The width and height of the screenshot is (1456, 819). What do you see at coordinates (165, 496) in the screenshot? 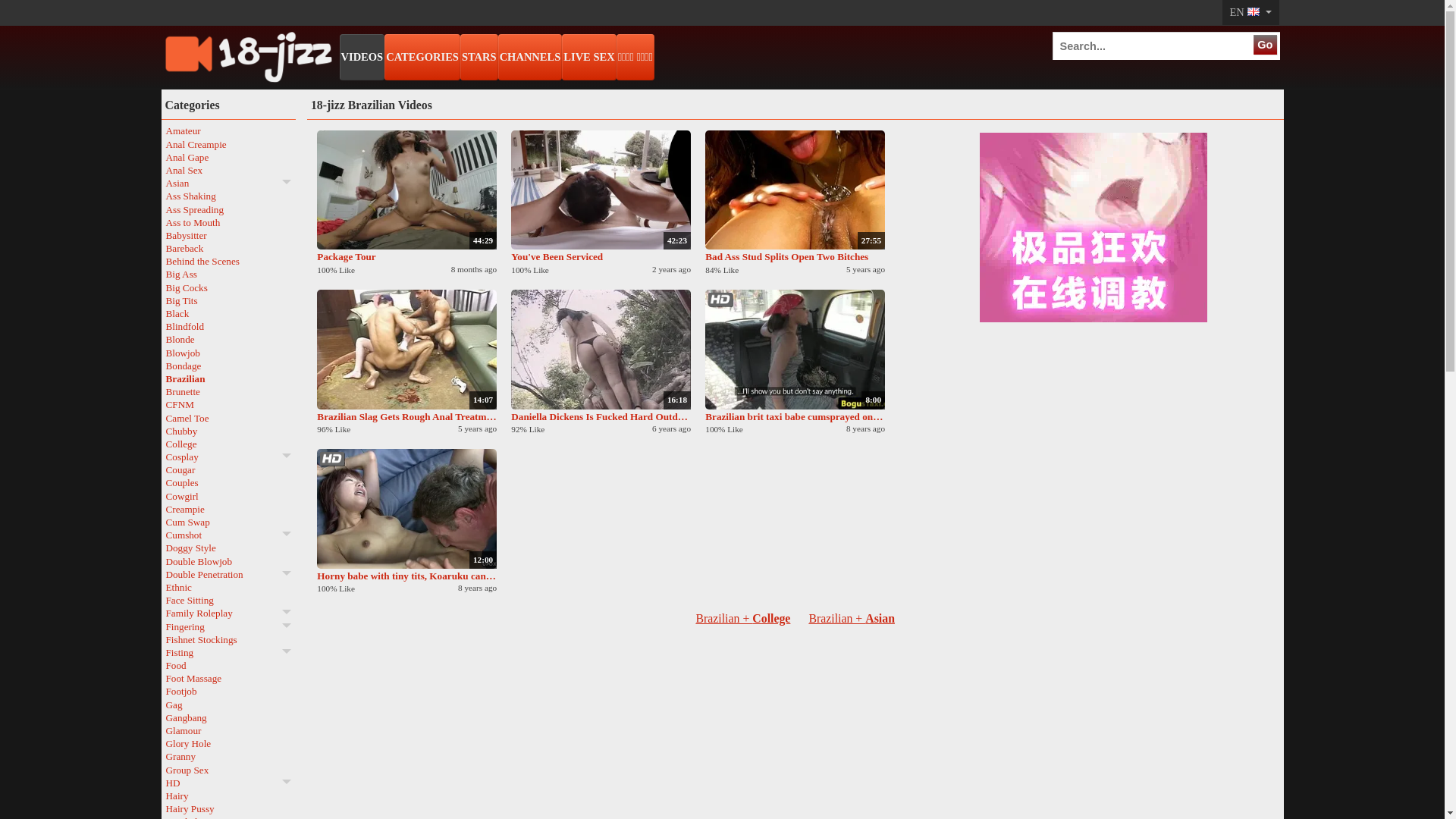
I see `'Cowgirl'` at bounding box center [165, 496].